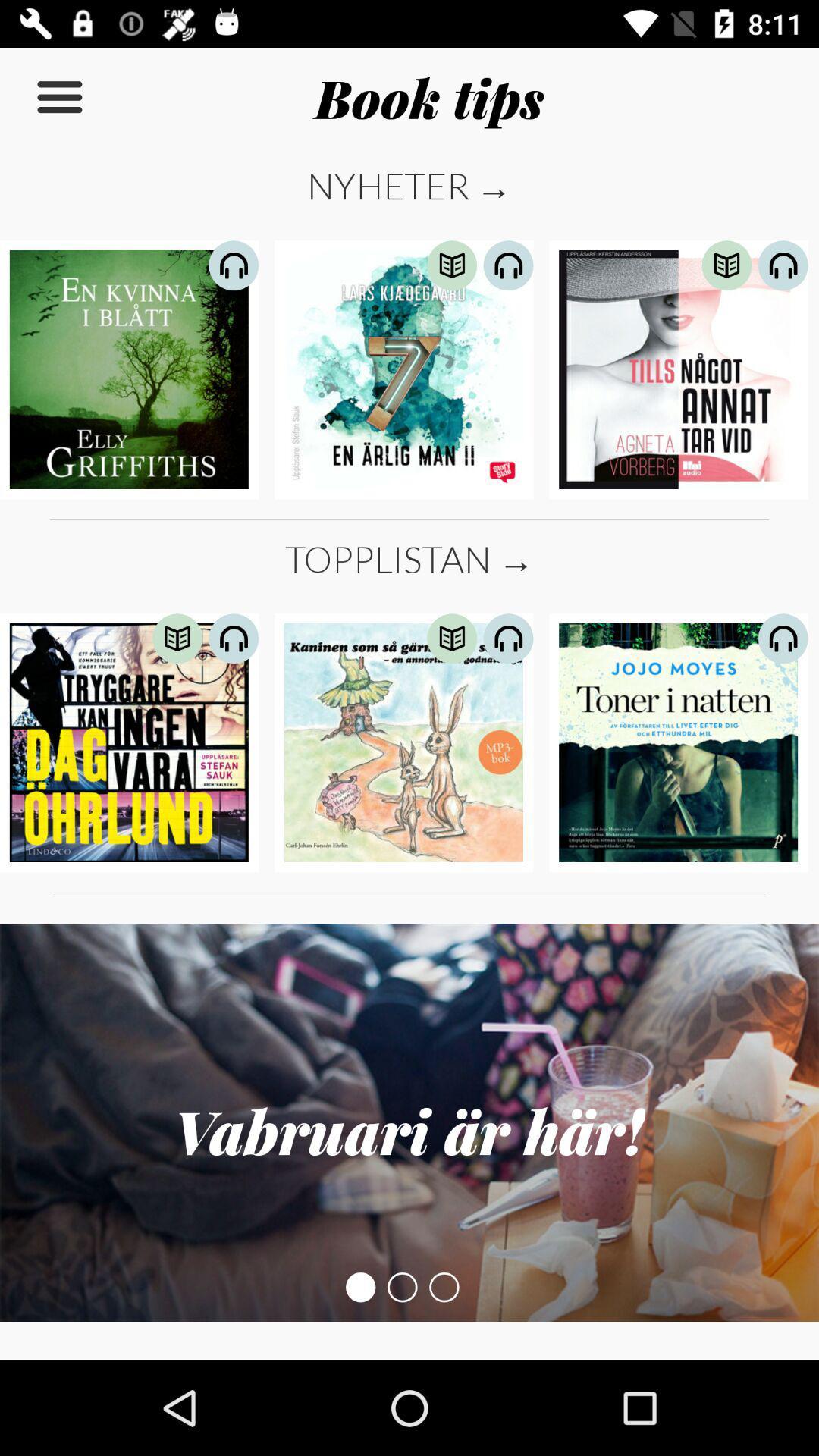  Describe the element at coordinates (58, 96) in the screenshot. I see `the item next to the book tips` at that location.